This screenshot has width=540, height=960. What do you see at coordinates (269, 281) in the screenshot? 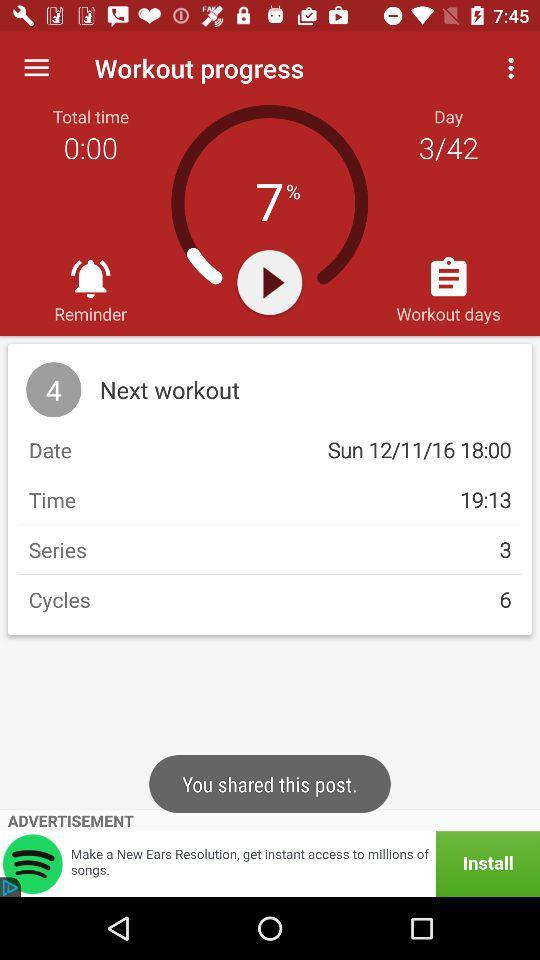
I see `start timer` at bounding box center [269, 281].